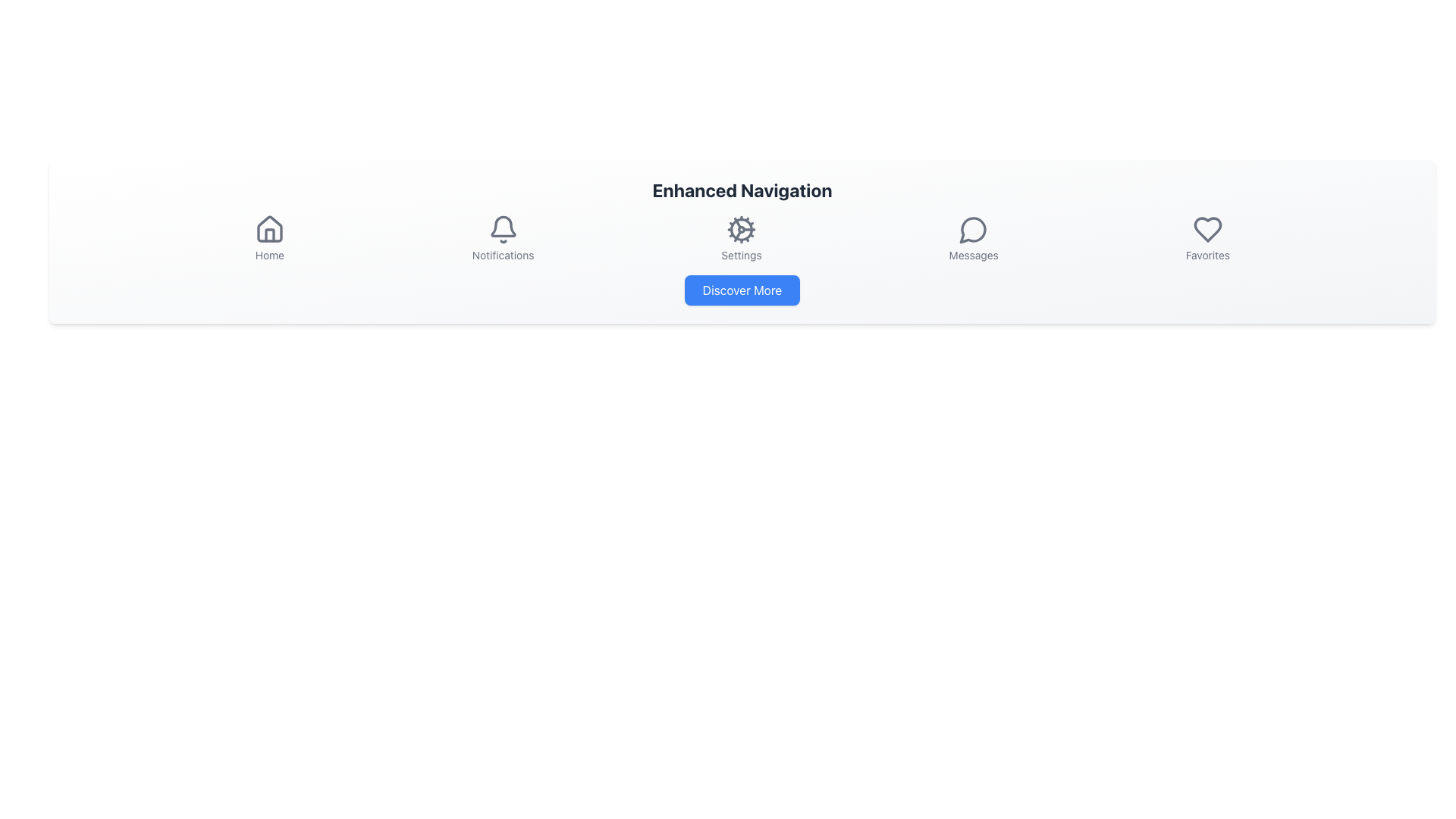 This screenshot has height=819, width=1456. What do you see at coordinates (742, 239) in the screenshot?
I see `the Navigation bar` at bounding box center [742, 239].